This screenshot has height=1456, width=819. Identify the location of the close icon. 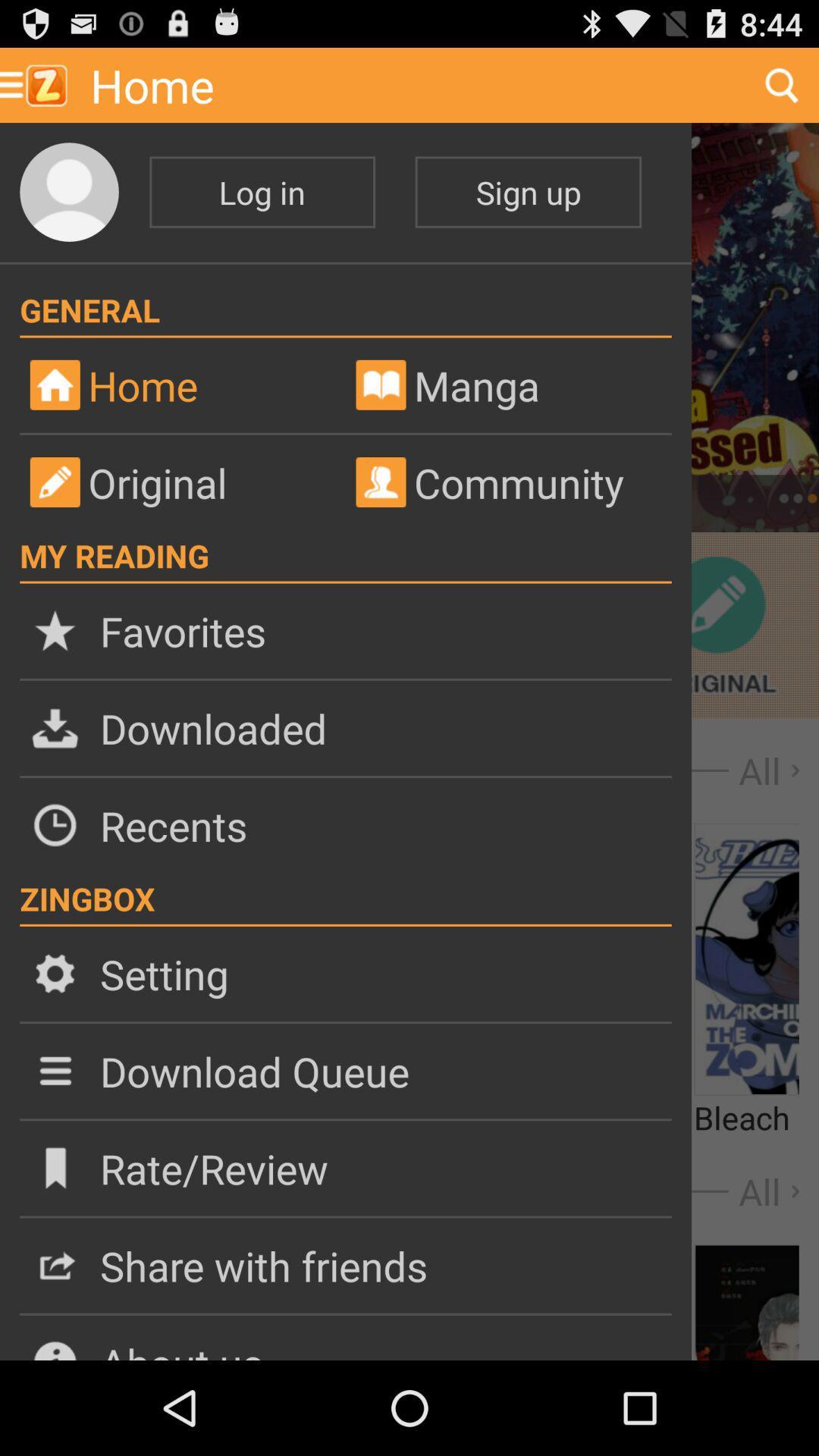
(347, 1393).